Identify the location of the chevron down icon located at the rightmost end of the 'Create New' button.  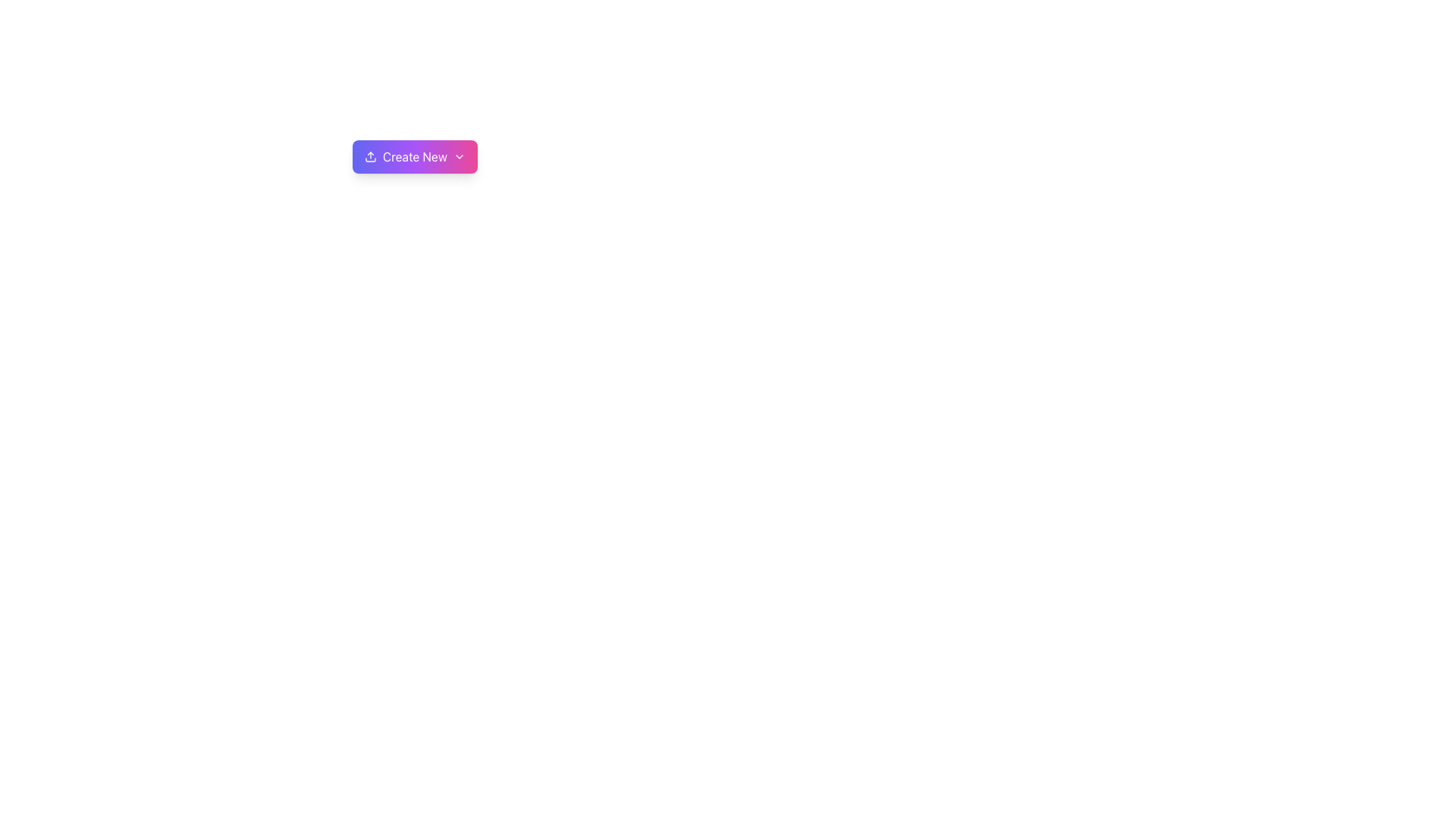
(458, 157).